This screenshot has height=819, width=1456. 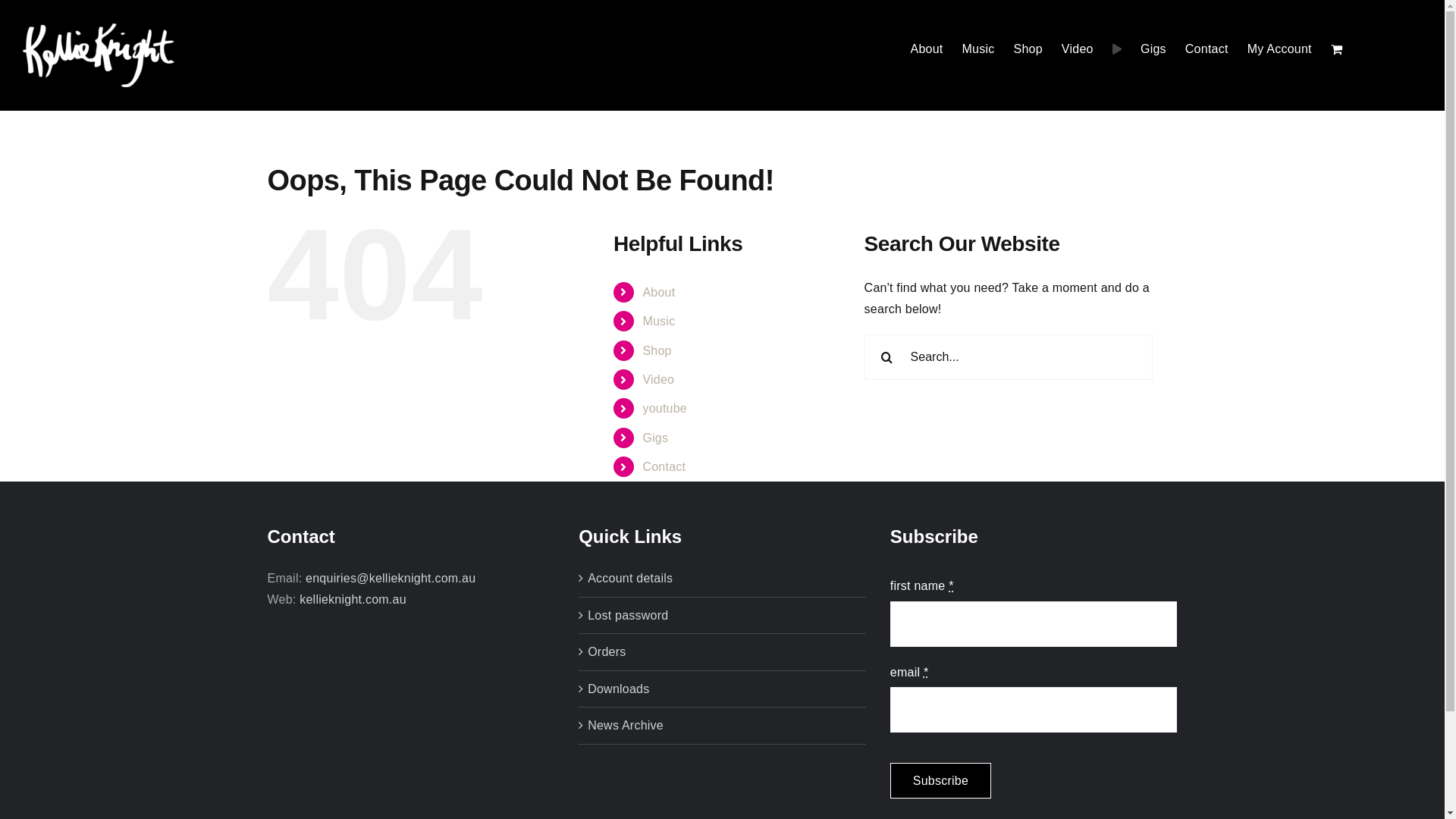 What do you see at coordinates (926, 49) in the screenshot?
I see `'About'` at bounding box center [926, 49].